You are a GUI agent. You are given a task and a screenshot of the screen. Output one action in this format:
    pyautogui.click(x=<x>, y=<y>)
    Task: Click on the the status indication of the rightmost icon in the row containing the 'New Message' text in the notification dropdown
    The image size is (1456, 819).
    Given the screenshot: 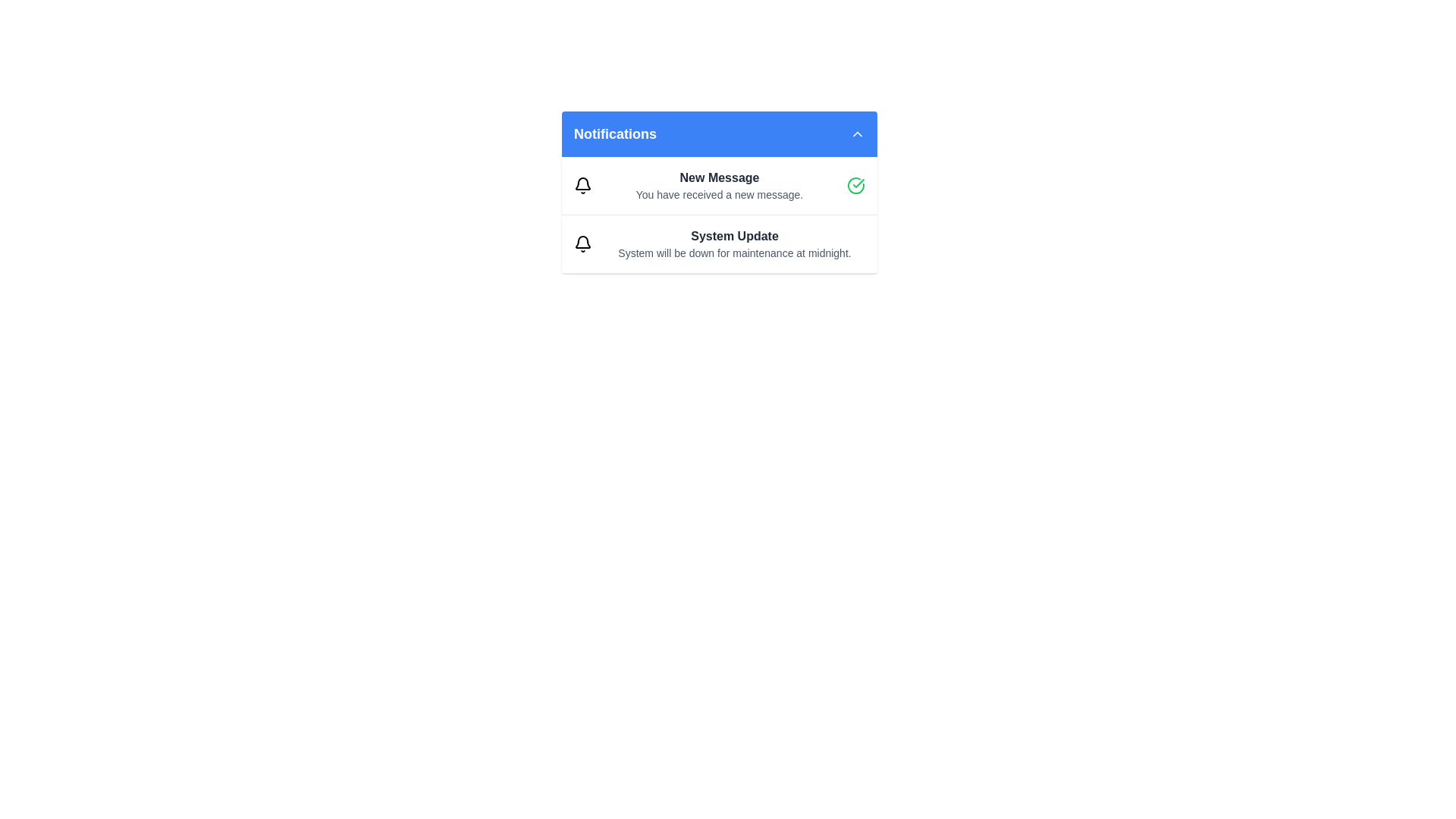 What is the action you would take?
    pyautogui.click(x=855, y=185)
    